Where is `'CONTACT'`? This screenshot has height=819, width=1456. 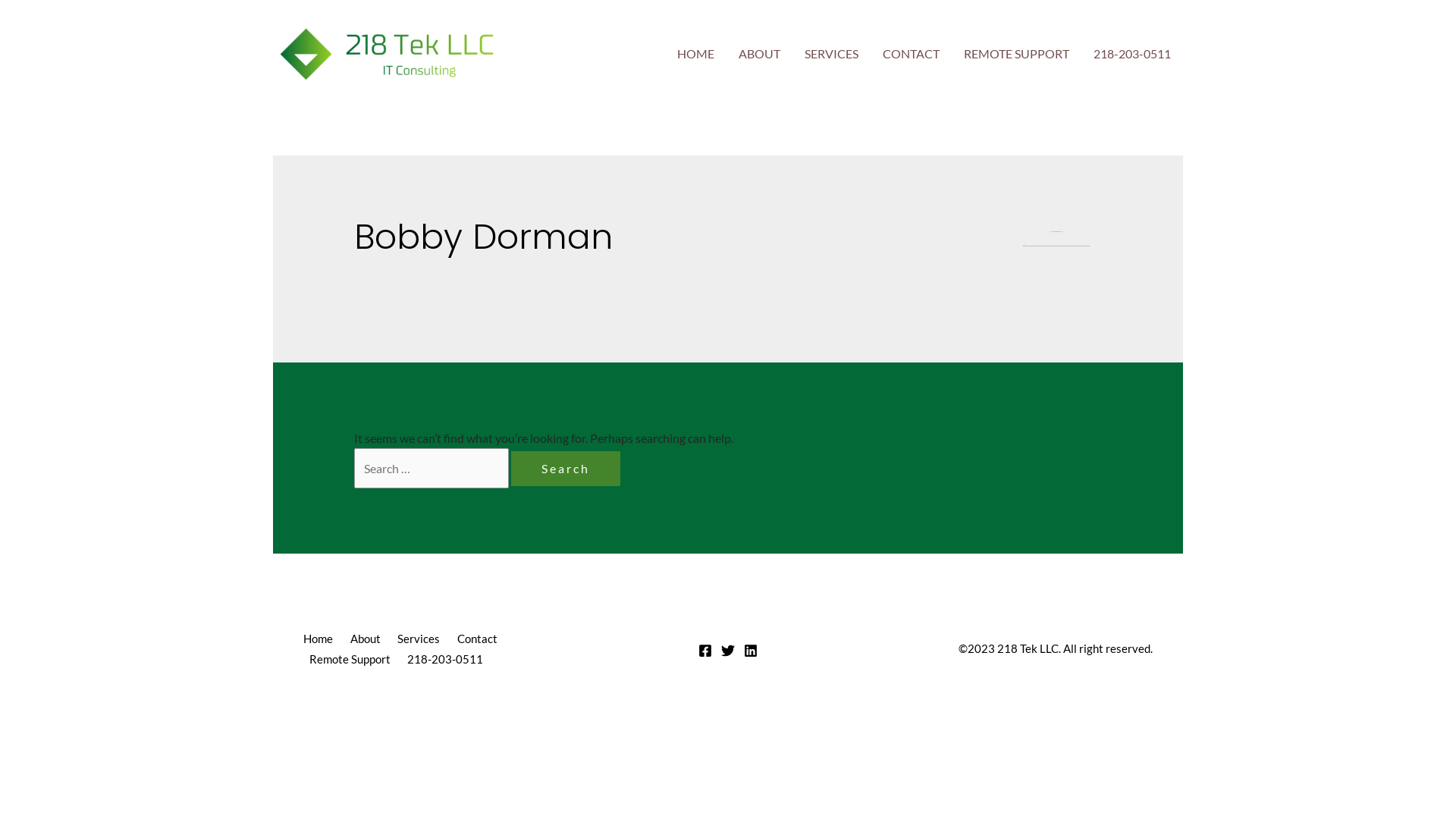
'CONTACT' is located at coordinates (910, 52).